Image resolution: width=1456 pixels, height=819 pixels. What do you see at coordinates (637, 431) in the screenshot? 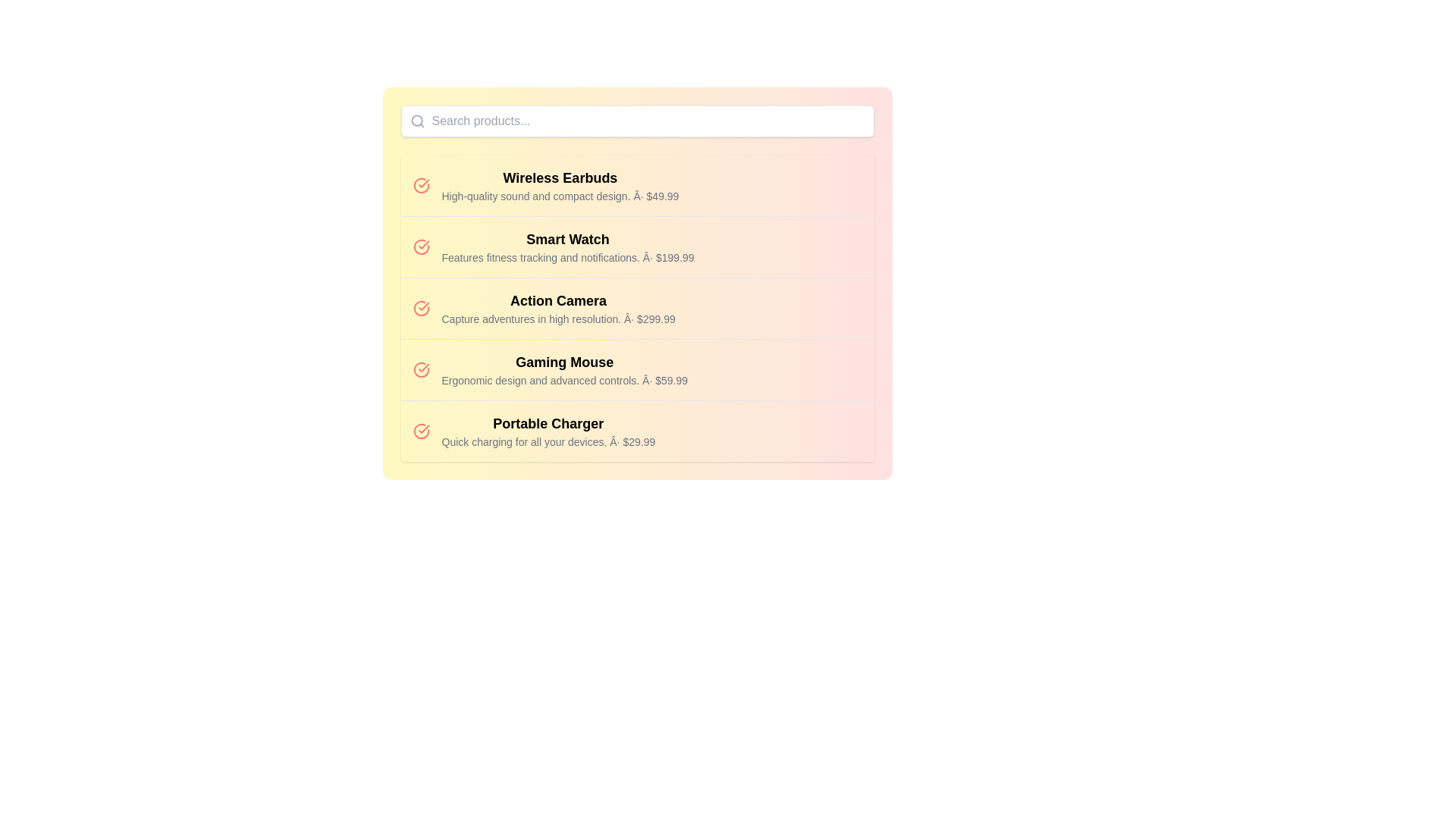
I see `the list item representing the product 'Portable Charger', which includes a checkmark icon on the left and a description stating 'Quick charging for all your devices. · $29.99'. This element is the fifth item in a vertically stacked list` at bounding box center [637, 431].